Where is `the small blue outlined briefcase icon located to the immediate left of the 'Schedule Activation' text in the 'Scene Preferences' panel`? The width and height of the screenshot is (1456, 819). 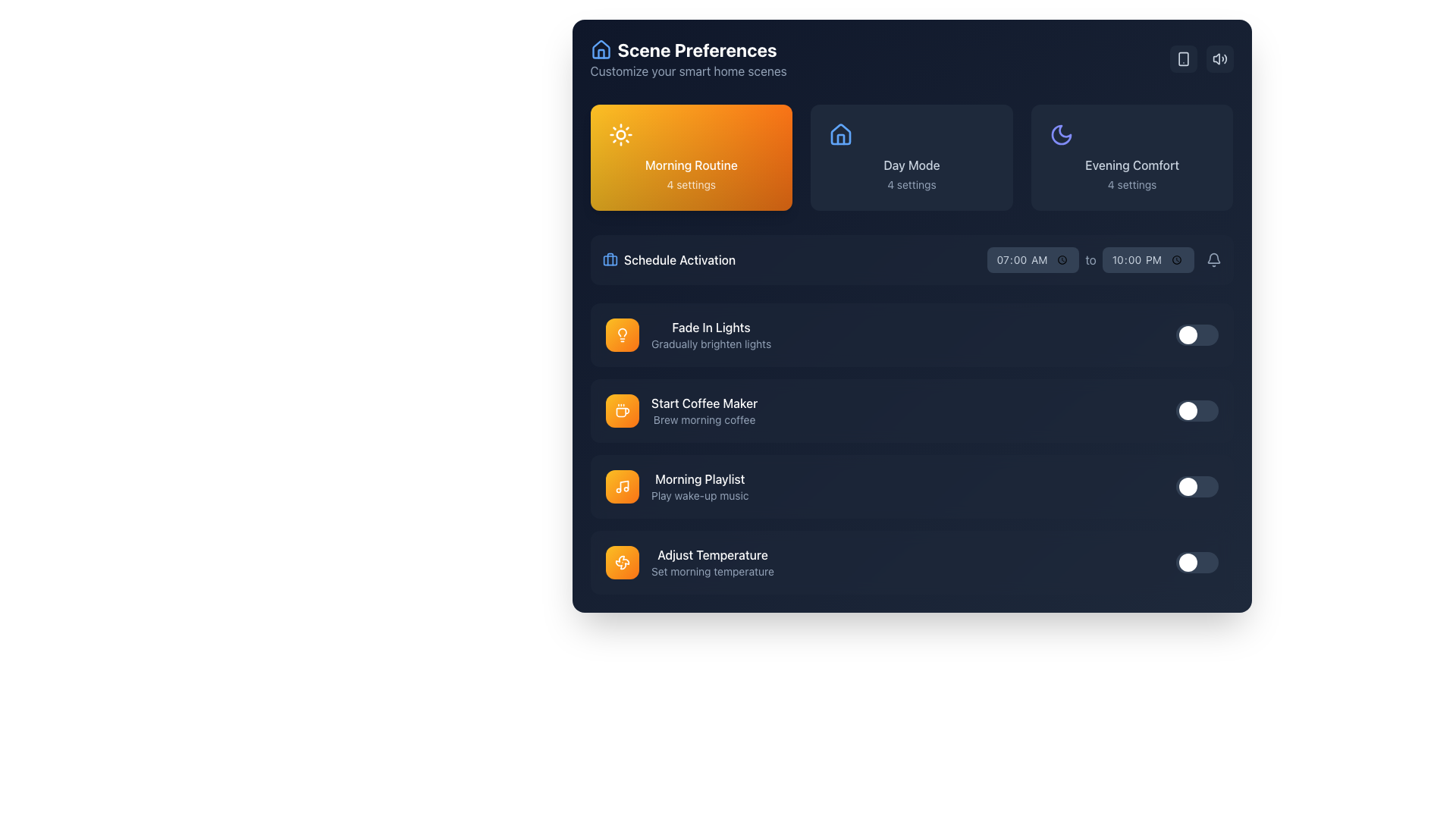
the small blue outlined briefcase icon located to the immediate left of the 'Schedule Activation' text in the 'Scene Preferences' panel is located at coordinates (610, 259).